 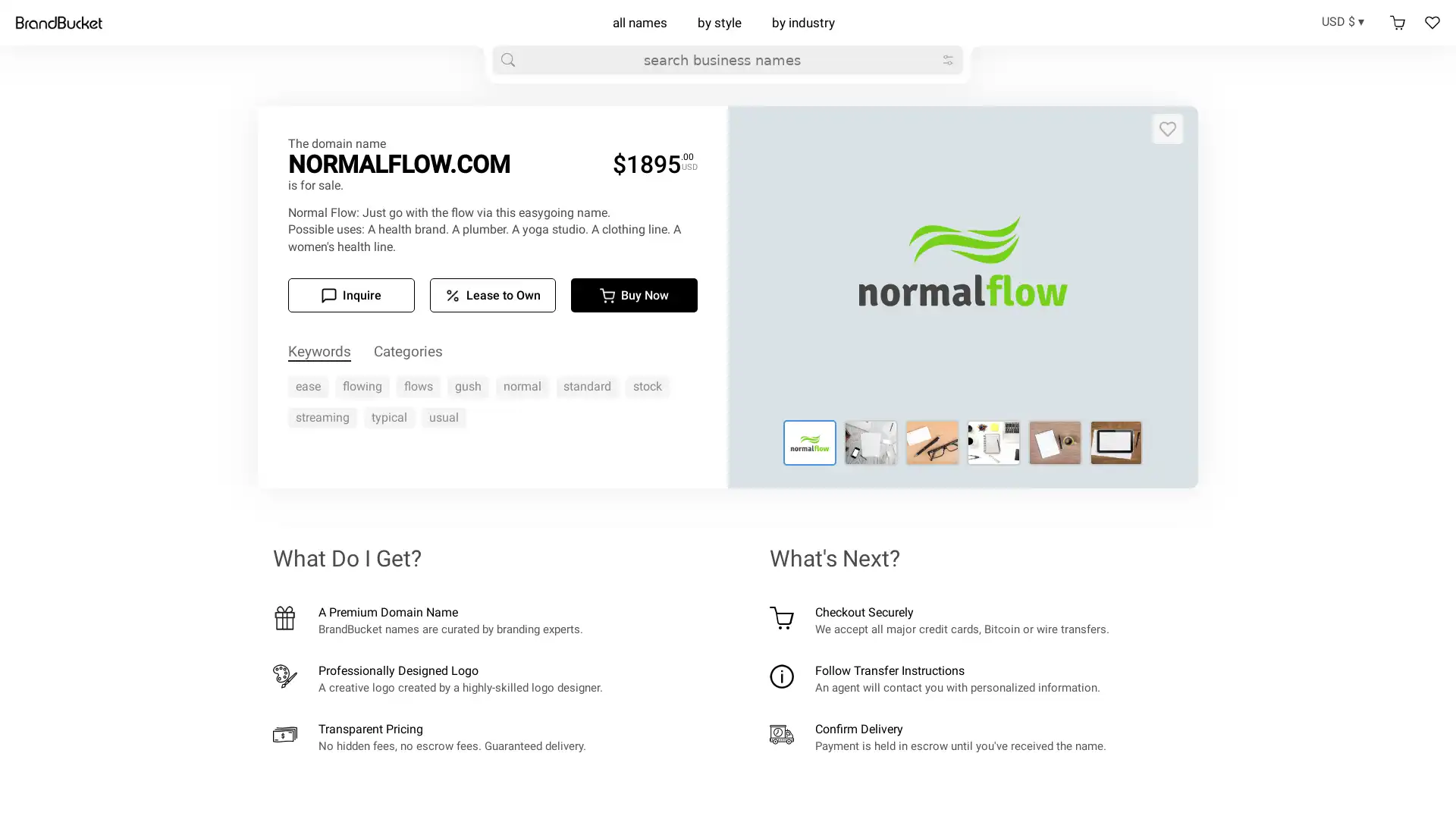 What do you see at coordinates (1432, 23) in the screenshot?
I see `Favorites Favorites` at bounding box center [1432, 23].